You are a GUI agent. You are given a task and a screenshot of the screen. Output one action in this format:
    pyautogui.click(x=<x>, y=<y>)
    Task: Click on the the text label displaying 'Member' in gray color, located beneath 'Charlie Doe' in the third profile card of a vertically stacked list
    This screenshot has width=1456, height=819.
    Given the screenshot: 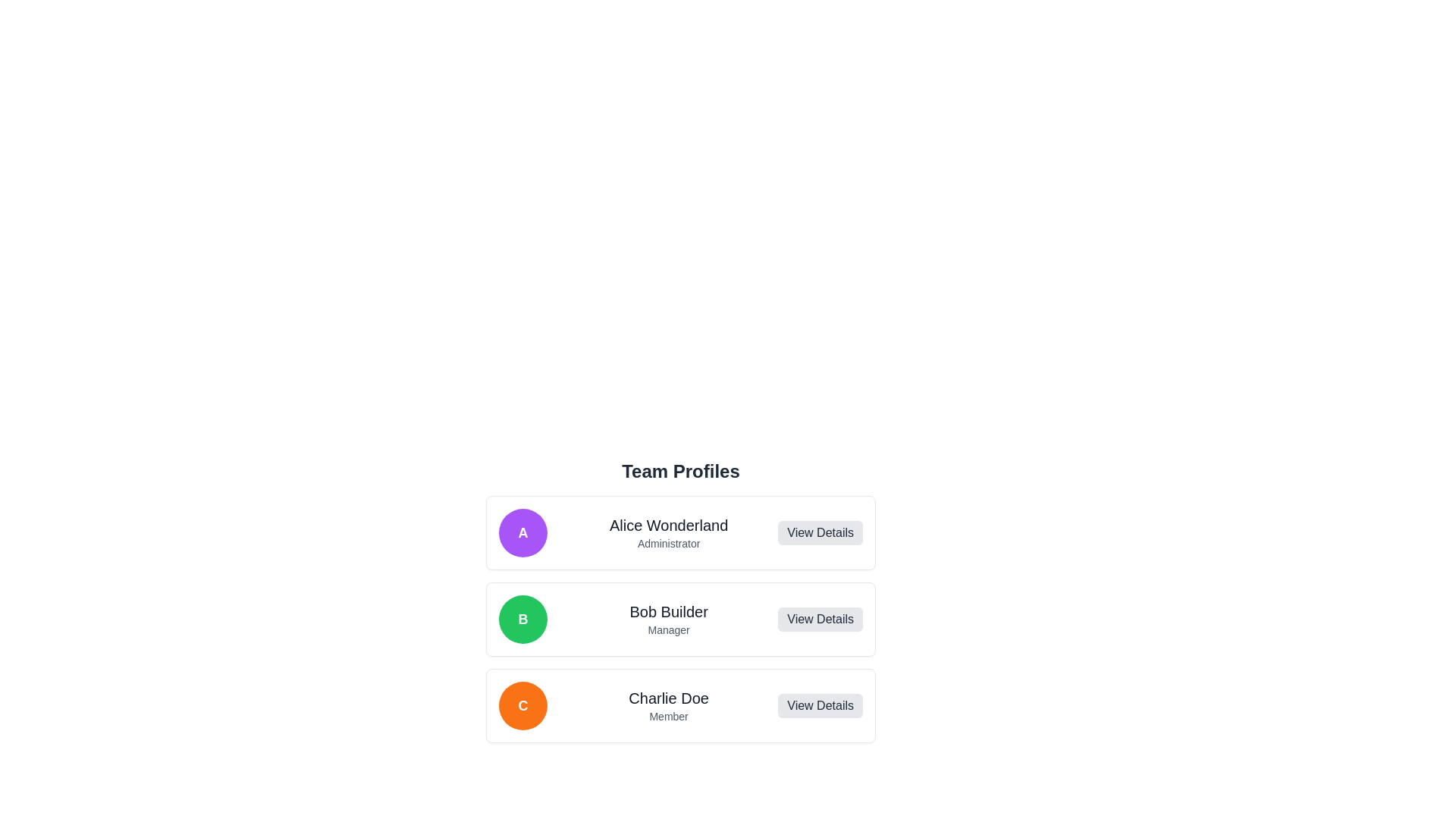 What is the action you would take?
    pyautogui.click(x=668, y=717)
    